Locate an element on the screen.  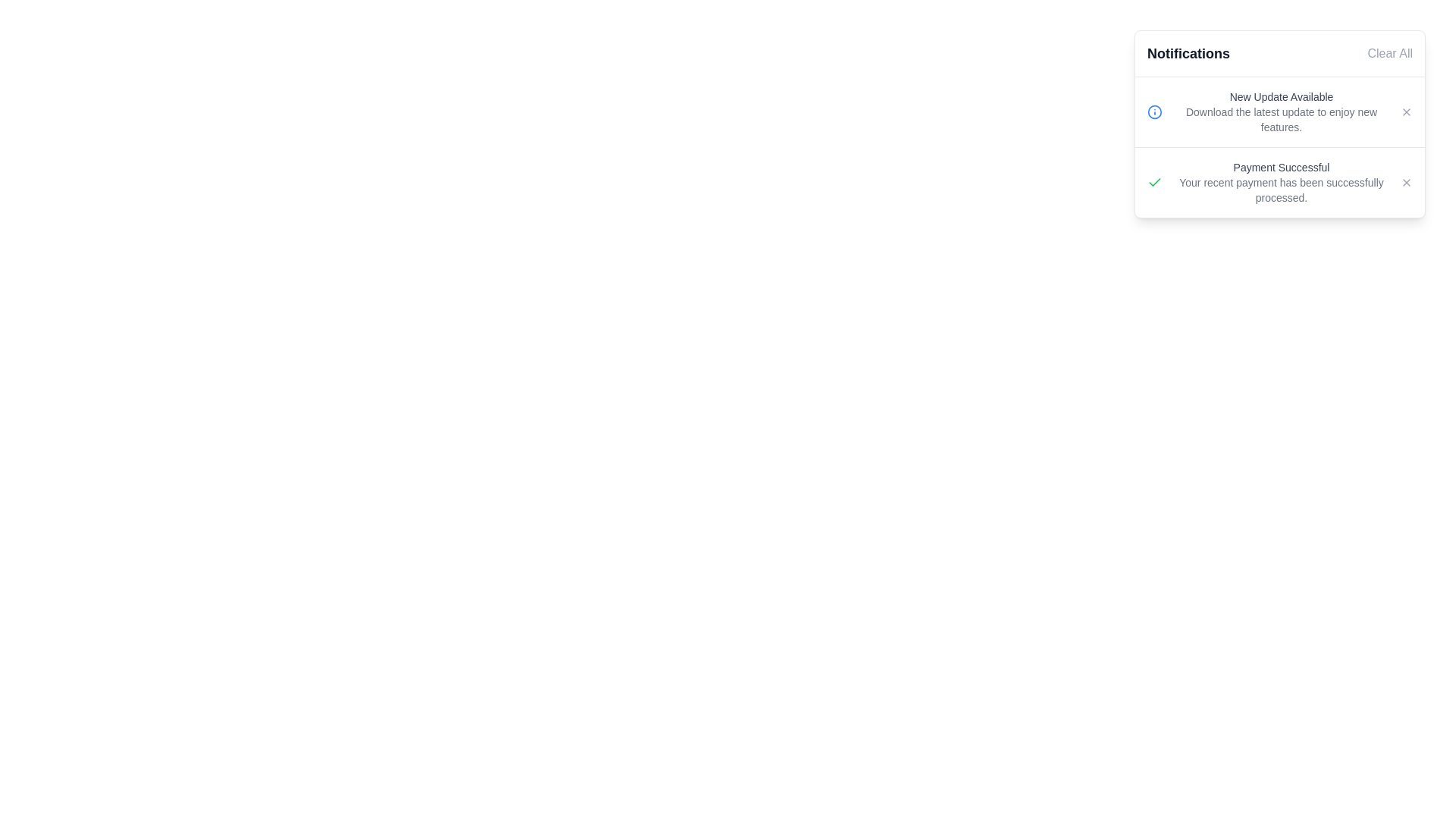
the text block that displays 'New Update Available' to trigger tooltip or other effects is located at coordinates (1280, 111).